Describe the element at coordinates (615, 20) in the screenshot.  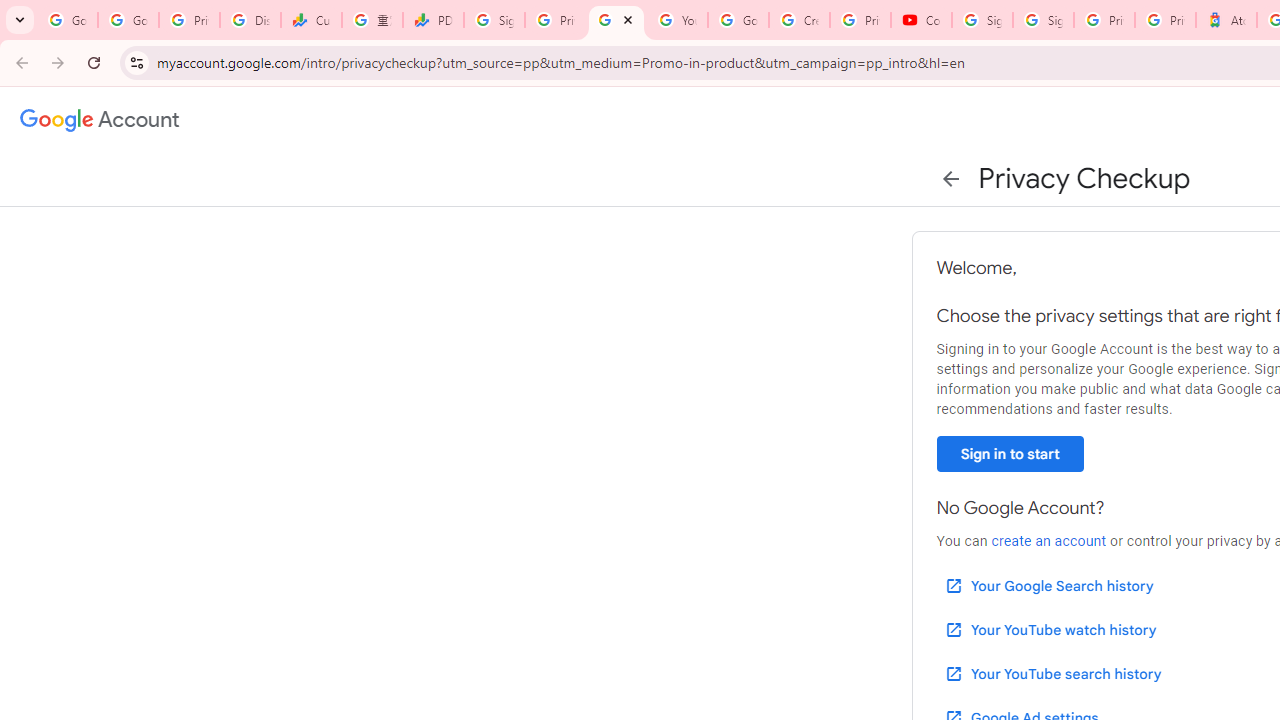
I see `'Privacy Checkup'` at that location.